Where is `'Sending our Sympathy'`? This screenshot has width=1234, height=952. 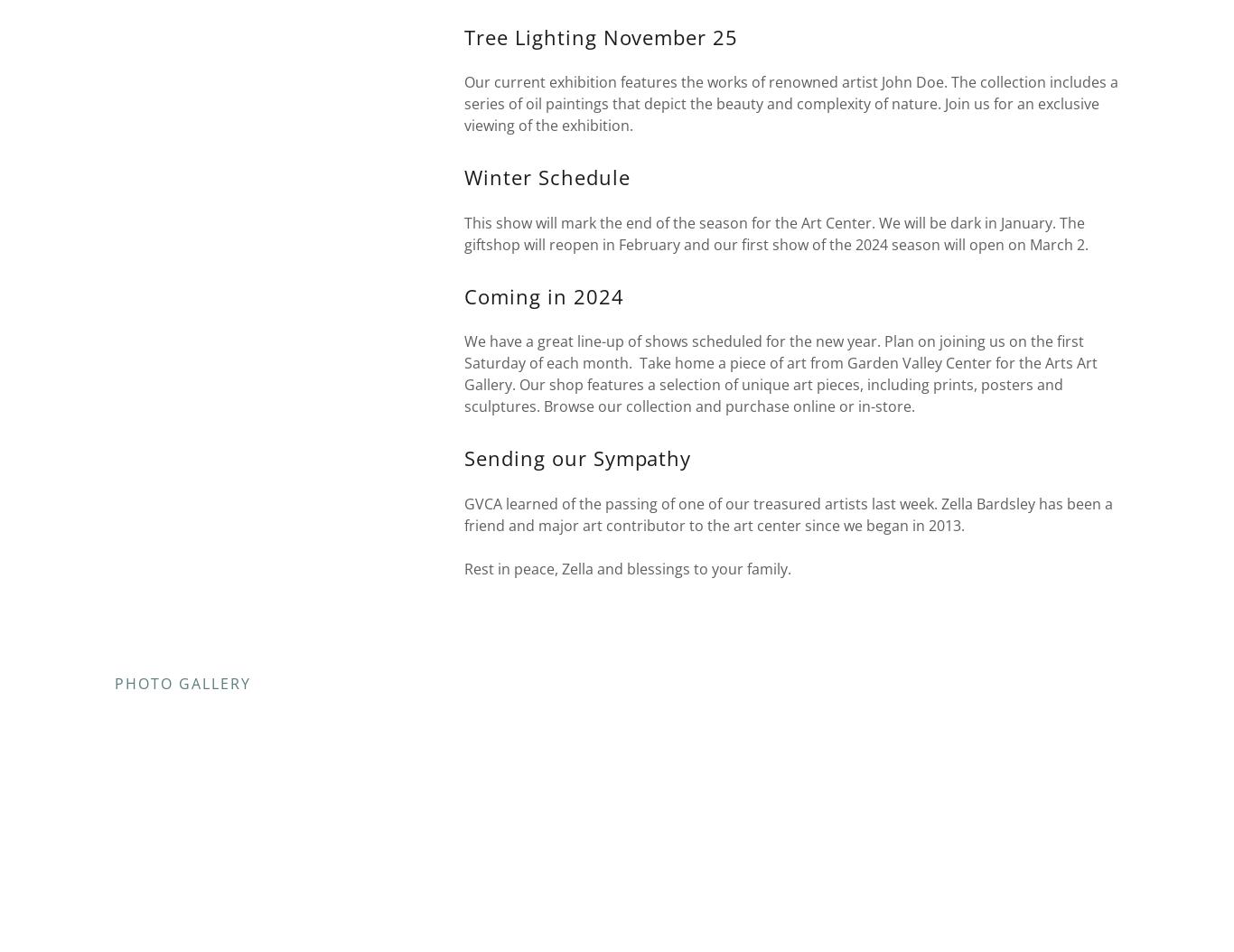 'Sending our Sympathy' is located at coordinates (576, 456).